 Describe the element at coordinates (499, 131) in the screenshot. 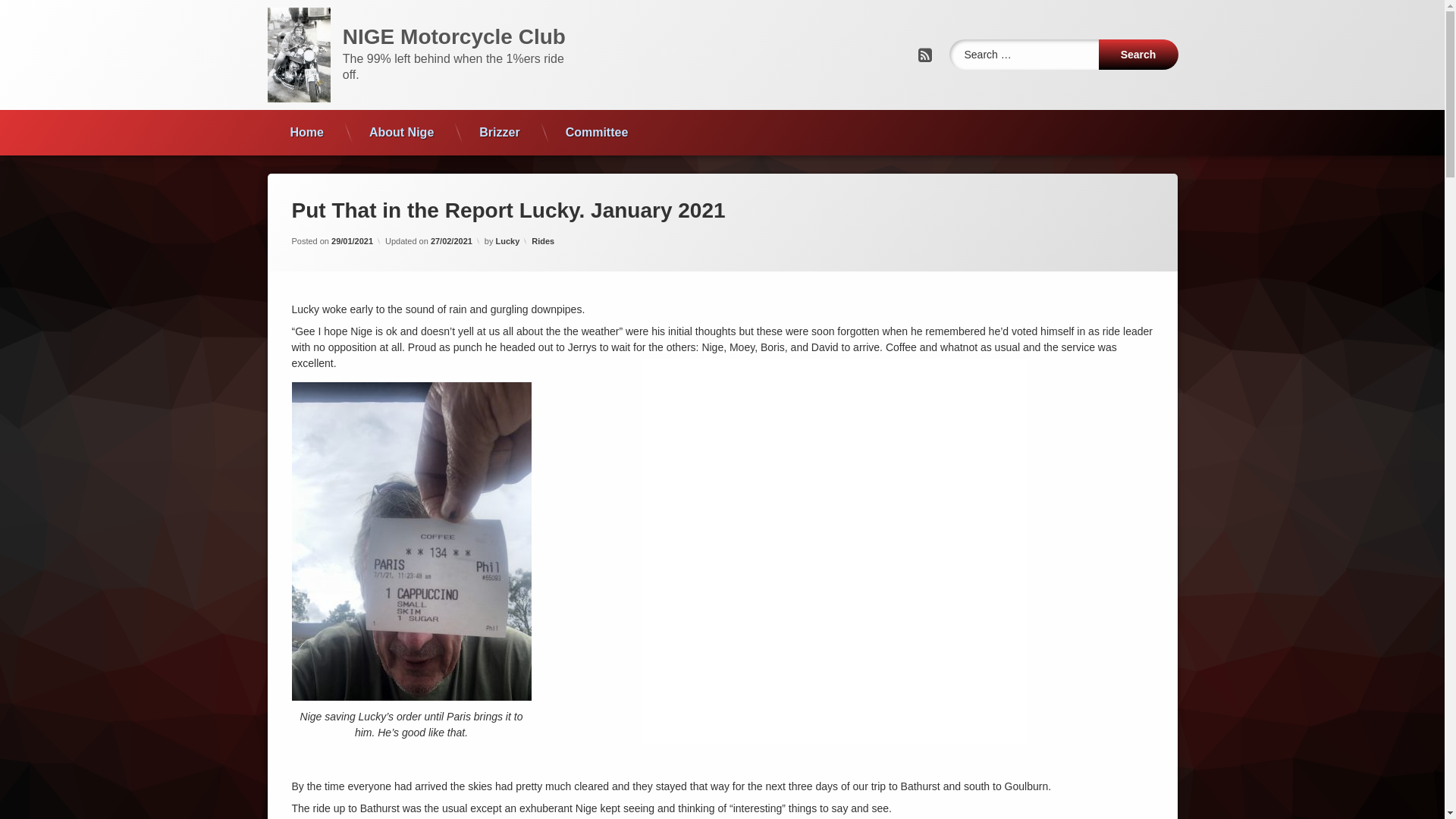

I see `'Brizzer'` at that location.